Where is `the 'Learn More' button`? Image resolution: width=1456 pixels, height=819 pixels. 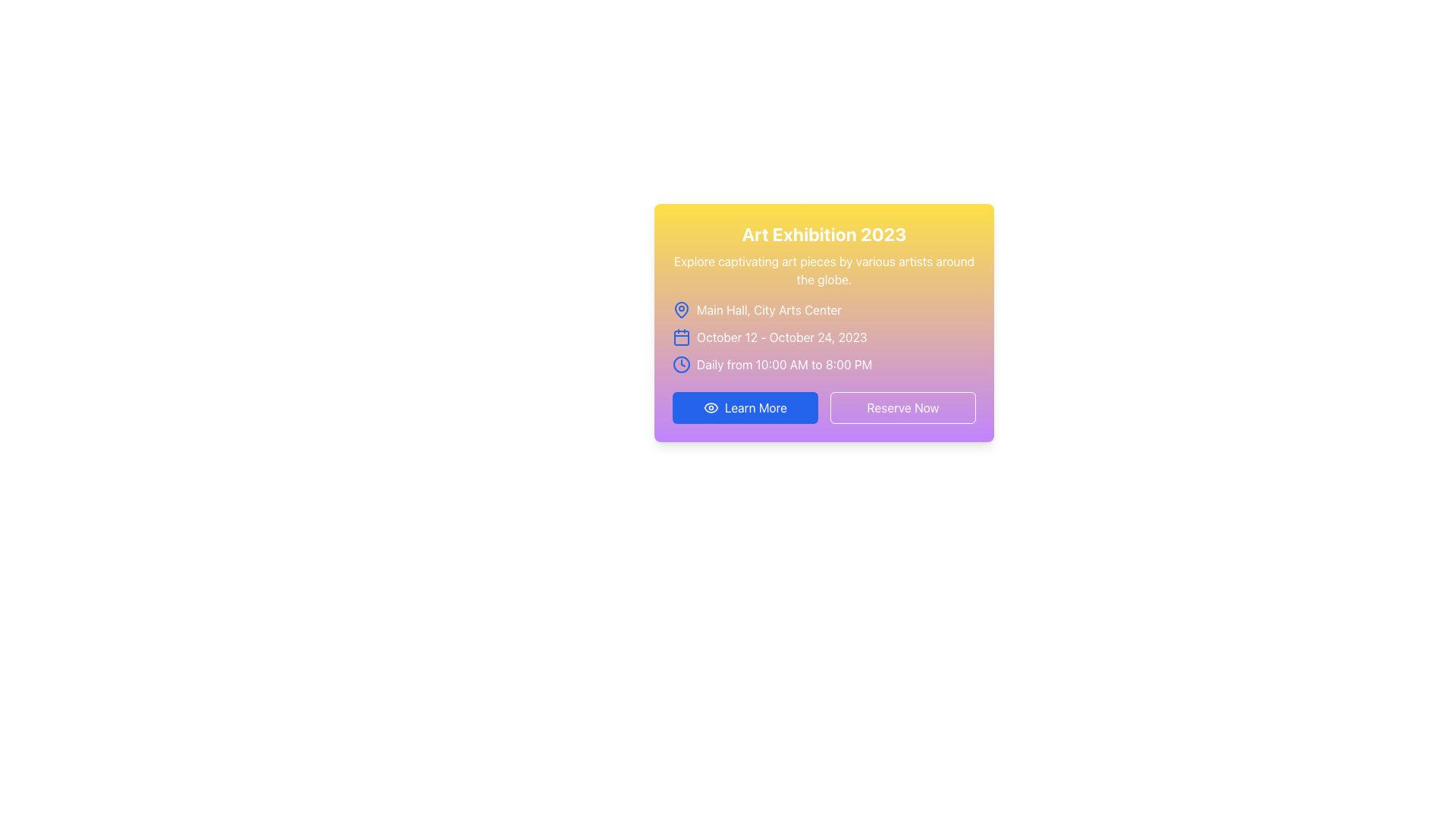
the 'Learn More' button is located at coordinates (745, 406).